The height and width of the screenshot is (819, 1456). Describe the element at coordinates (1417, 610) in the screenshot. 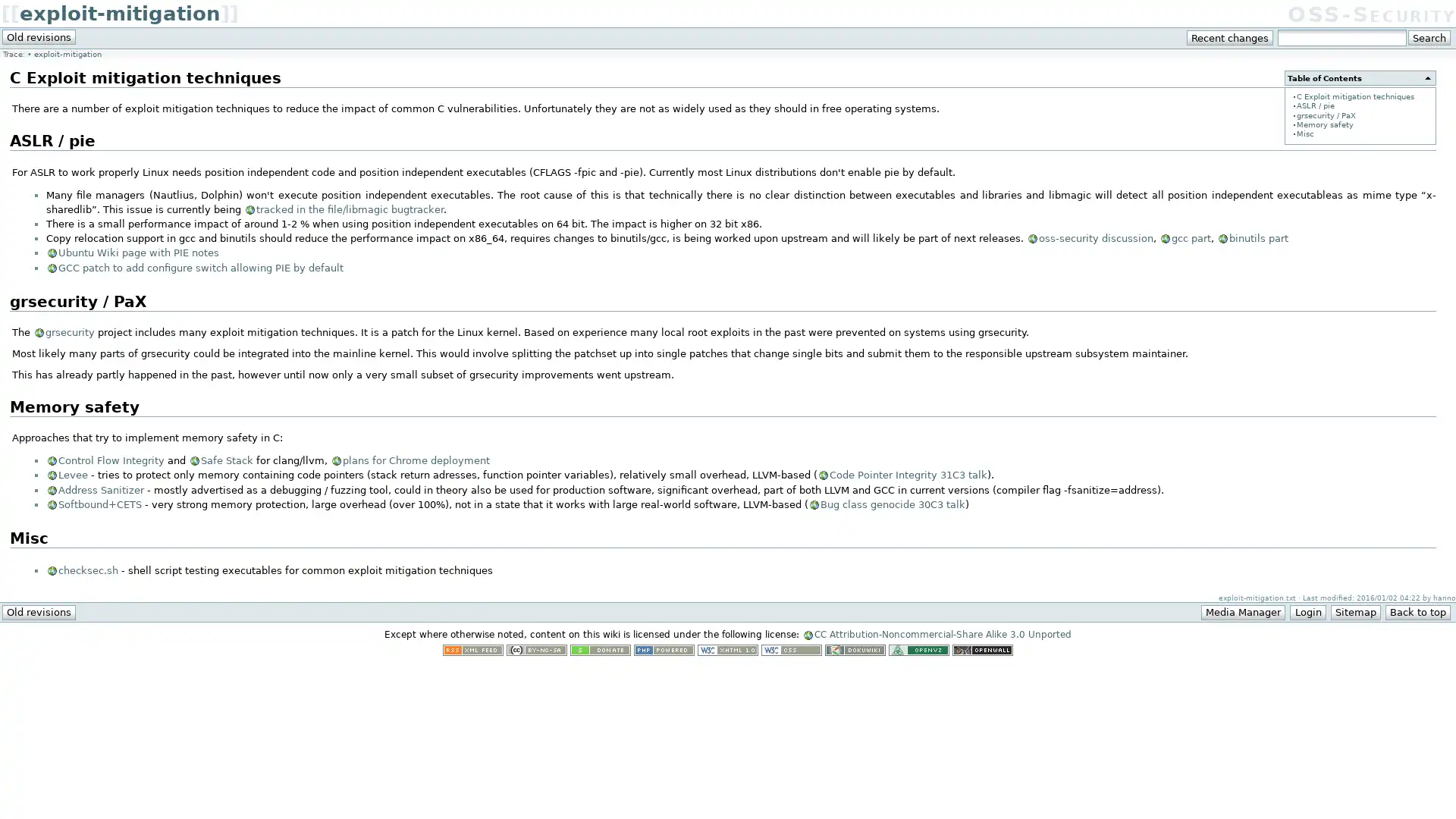

I see `Back to top` at that location.